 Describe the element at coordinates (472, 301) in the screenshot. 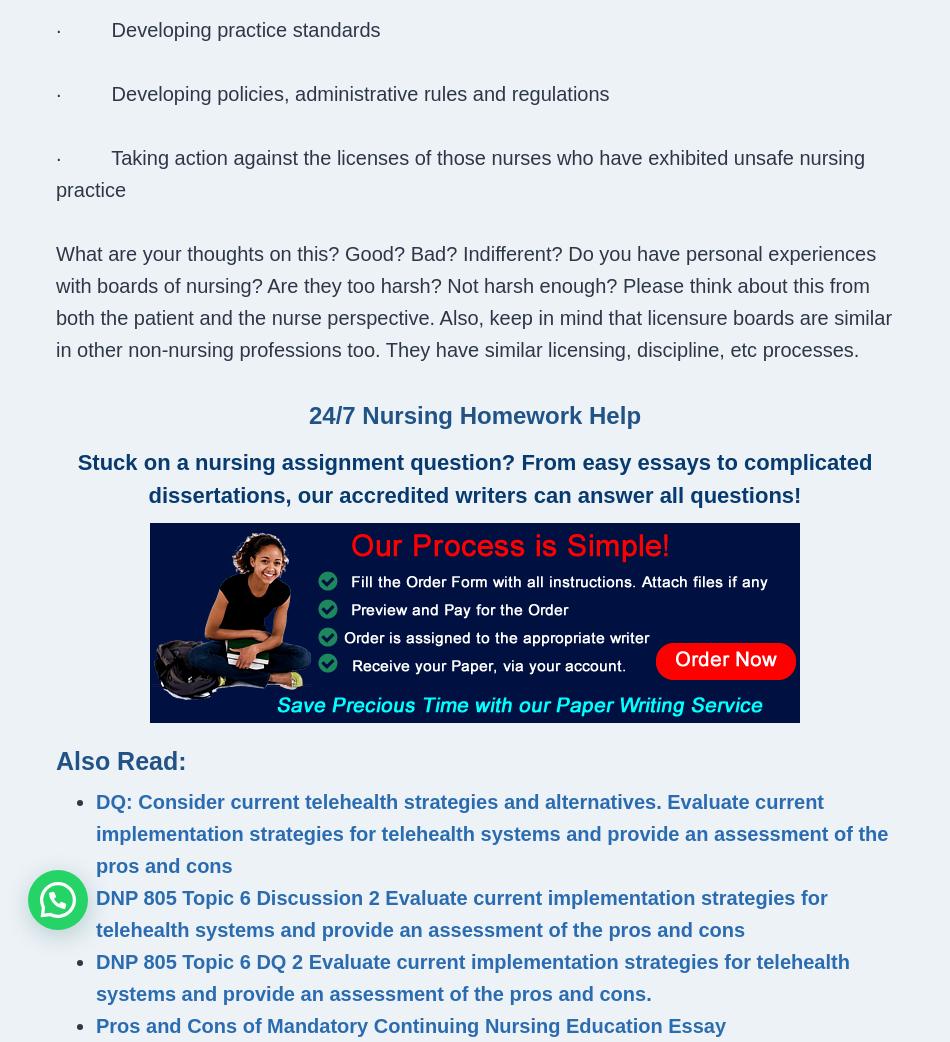

I see `'What are your thoughts on this? Good? Bad? Indifferent? Do you have personal experiences with boards of nursing? Are they too harsh? Not harsh enough? Please think about this from both the patient and the nurse perspective. Also, keep in mind that licensure boards are similar in other non-nursing professions too. They have similar licensing, discipline, etc processes.'` at that location.